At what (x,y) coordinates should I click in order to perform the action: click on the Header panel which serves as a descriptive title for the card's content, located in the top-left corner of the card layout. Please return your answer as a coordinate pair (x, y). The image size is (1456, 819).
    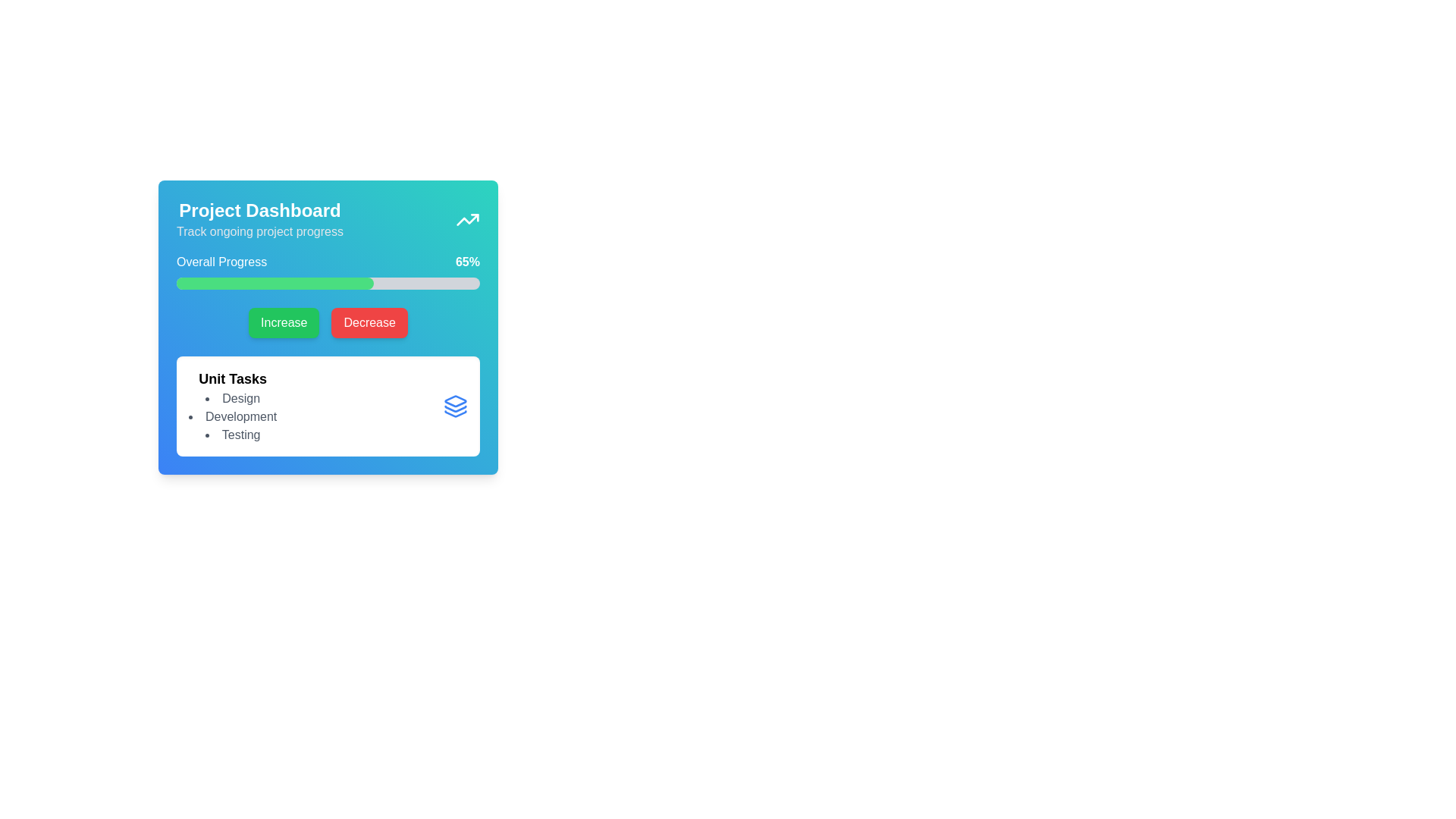
    Looking at the image, I should click on (327, 219).